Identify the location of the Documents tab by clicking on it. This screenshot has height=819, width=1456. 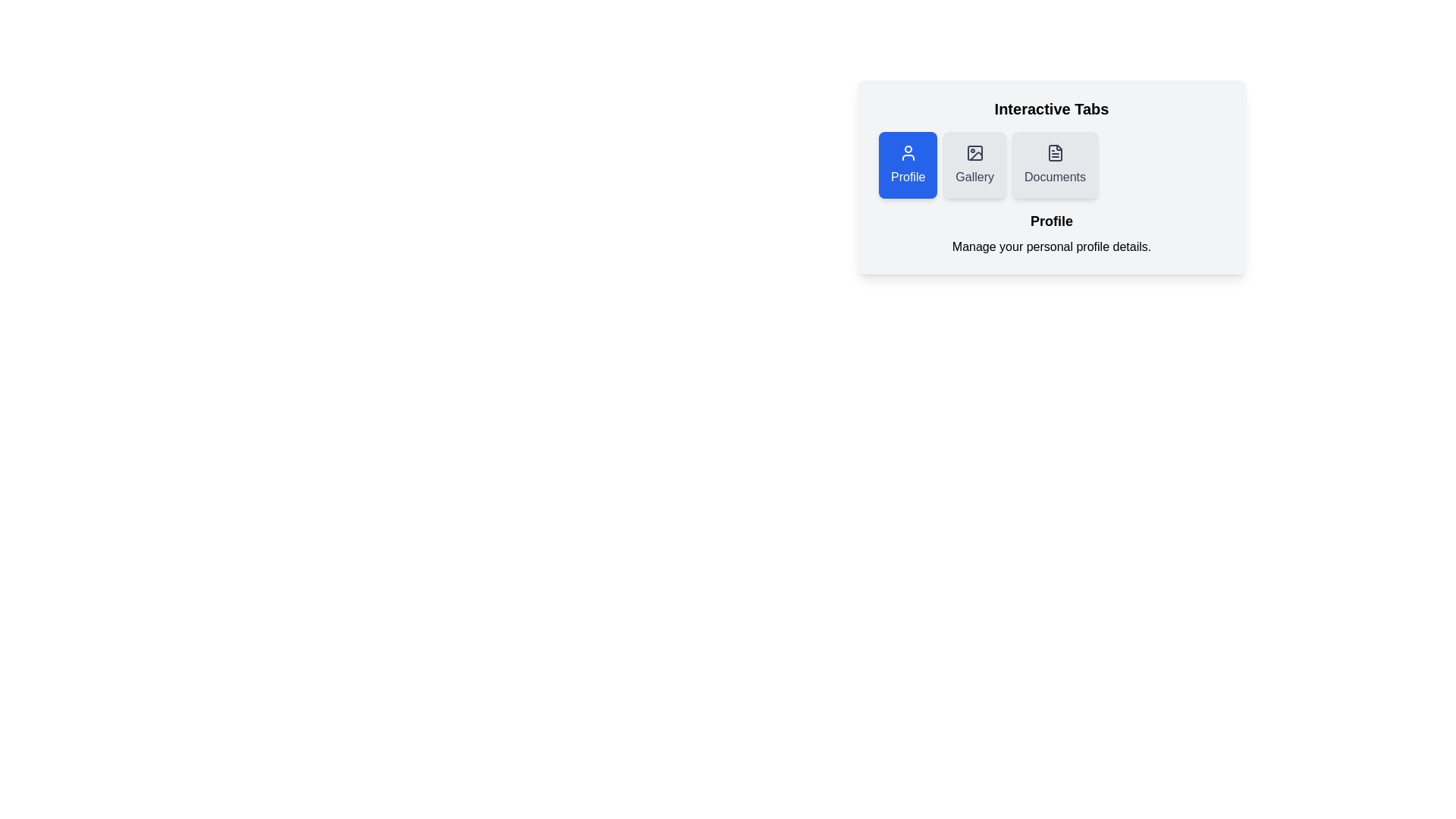
(1054, 165).